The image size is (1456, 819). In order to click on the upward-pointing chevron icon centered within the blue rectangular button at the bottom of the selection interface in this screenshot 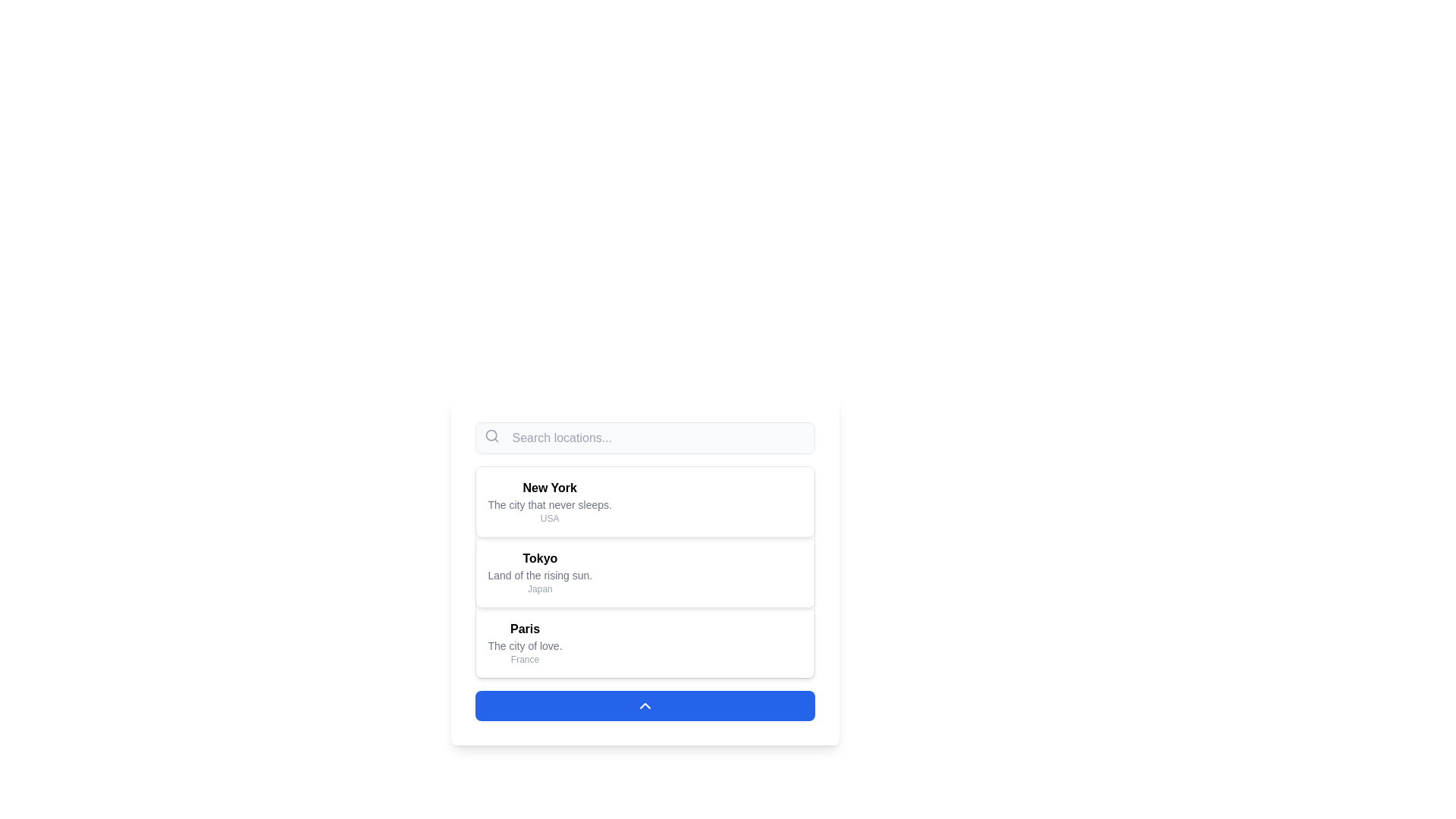, I will do `click(645, 705)`.